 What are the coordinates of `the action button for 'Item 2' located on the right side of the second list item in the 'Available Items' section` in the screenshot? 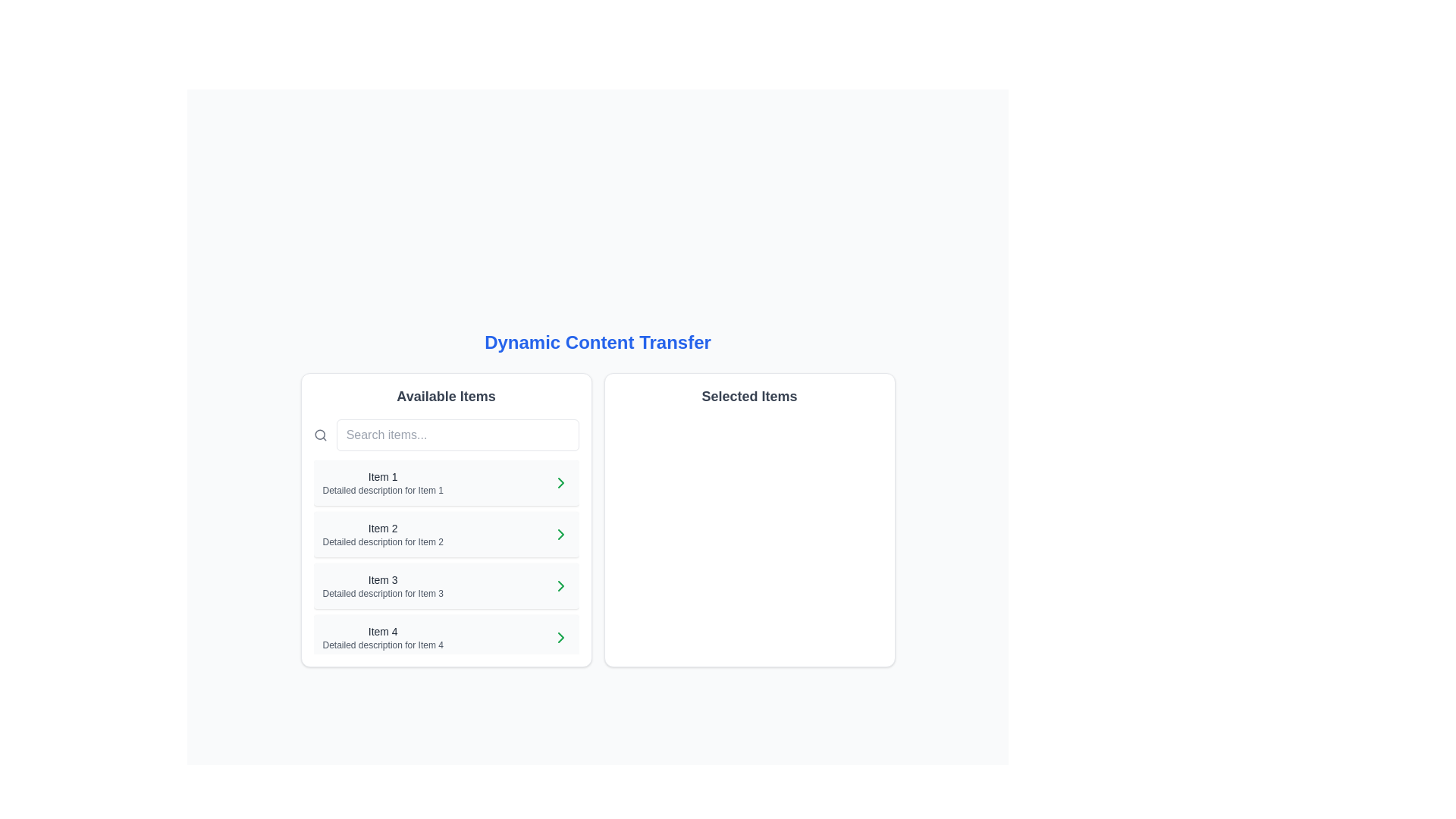 It's located at (560, 534).